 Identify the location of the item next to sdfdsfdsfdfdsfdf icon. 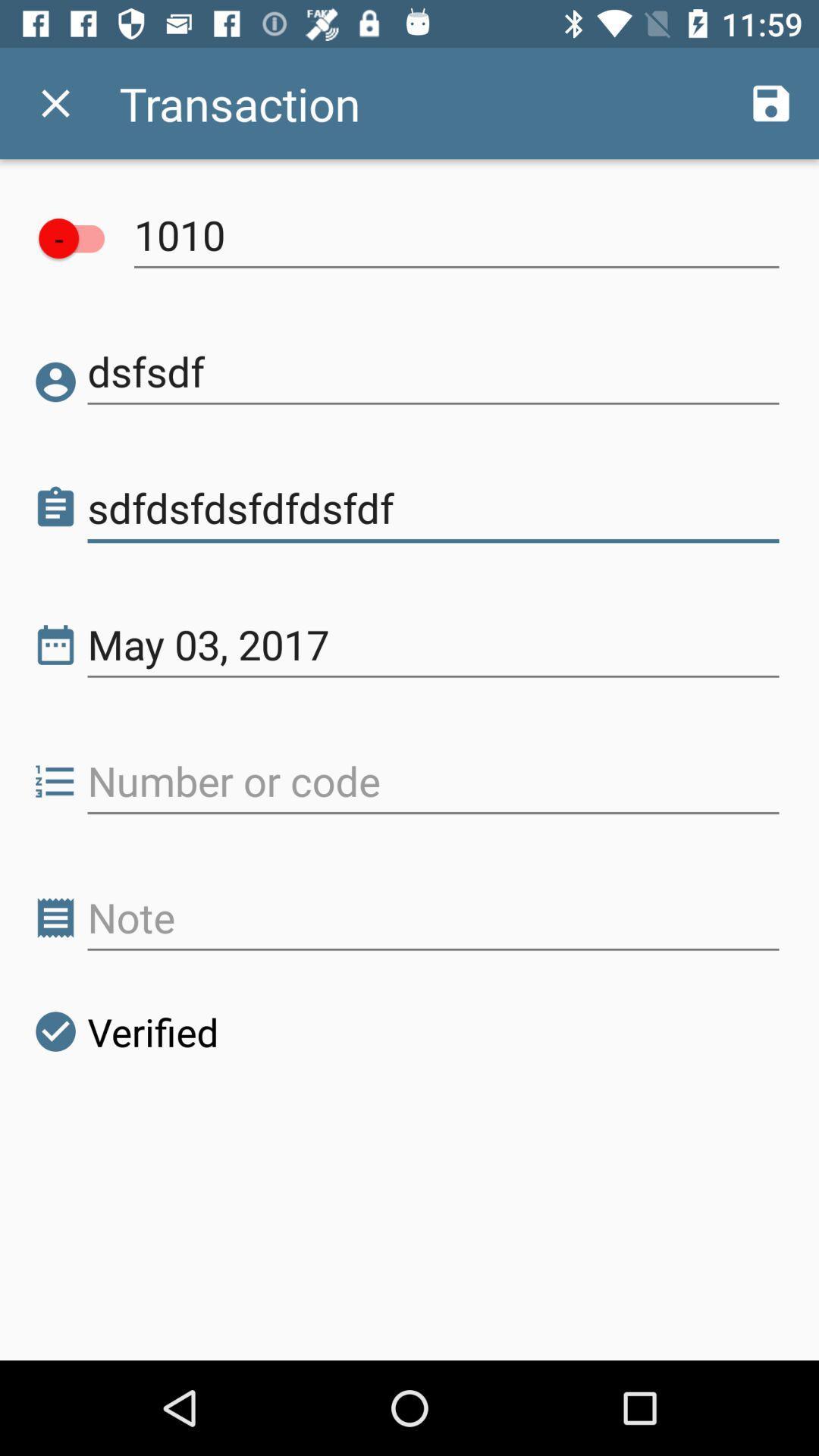
(55, 508).